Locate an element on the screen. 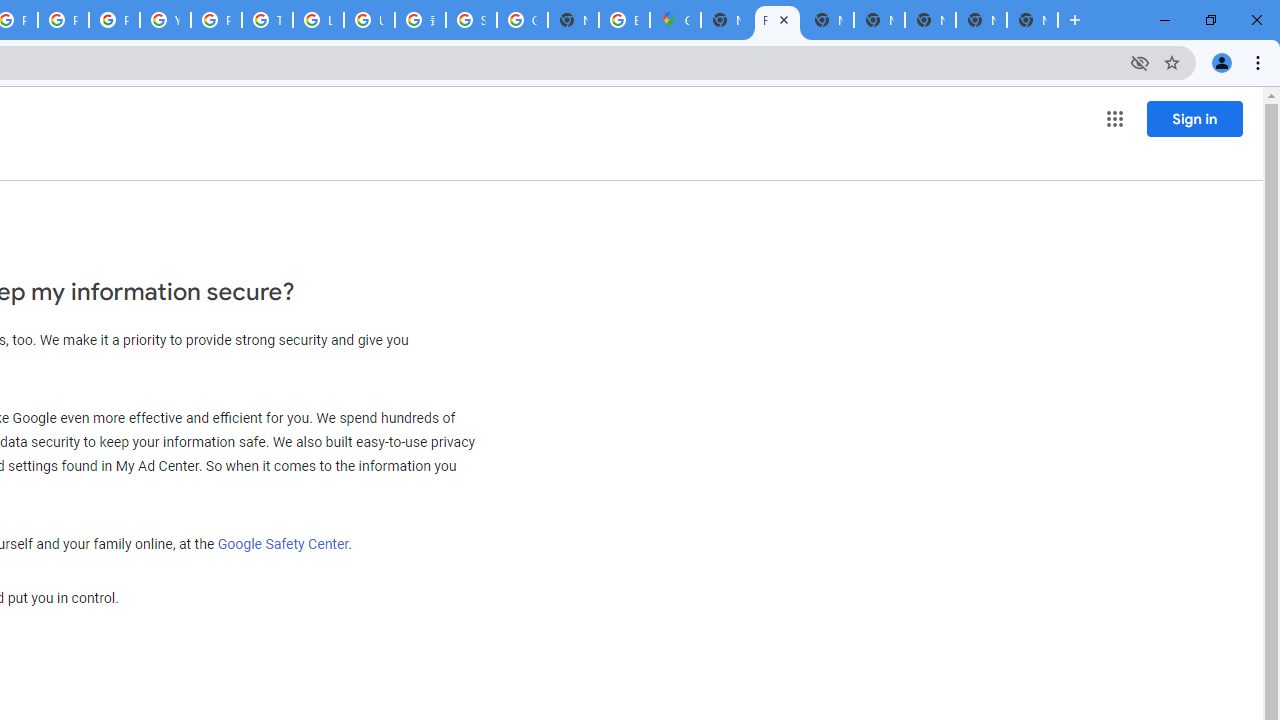 This screenshot has height=720, width=1280. 'Tips & tricks for Chrome - Google Chrome Help' is located at coordinates (266, 20).